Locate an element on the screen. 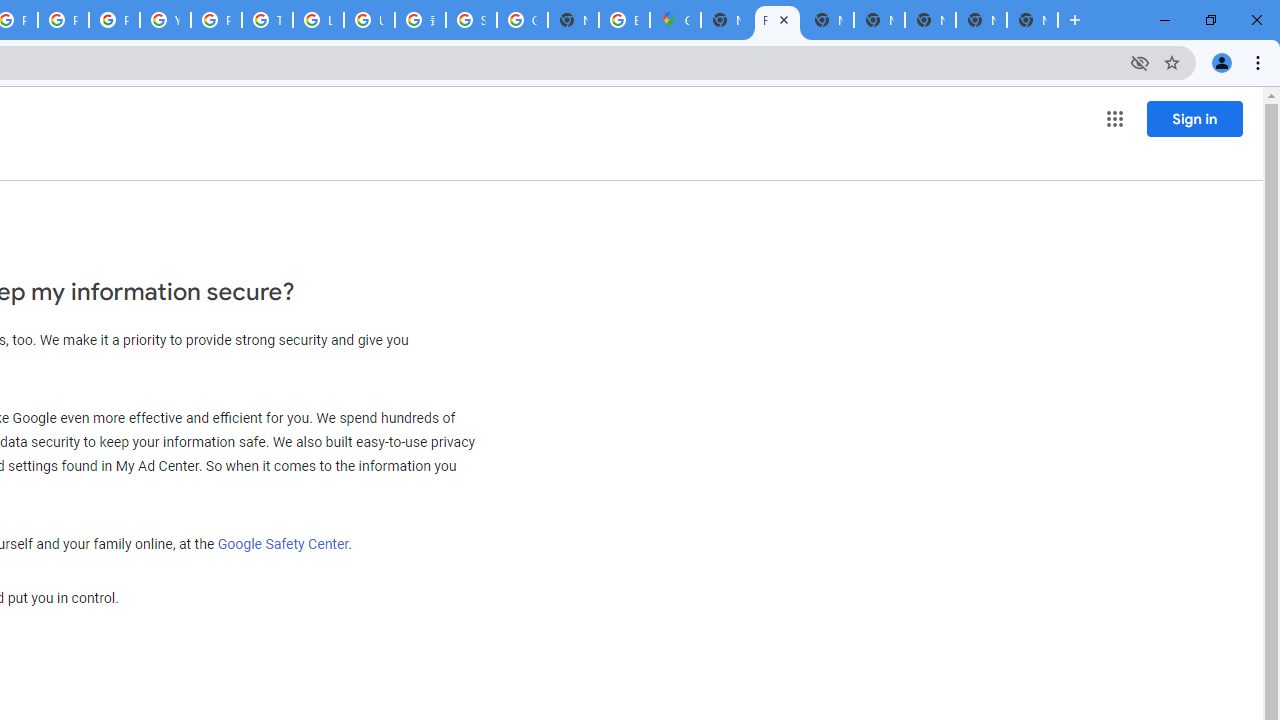 This screenshot has height=720, width=1280. 'Tips & tricks for Chrome - Google Chrome Help' is located at coordinates (266, 20).